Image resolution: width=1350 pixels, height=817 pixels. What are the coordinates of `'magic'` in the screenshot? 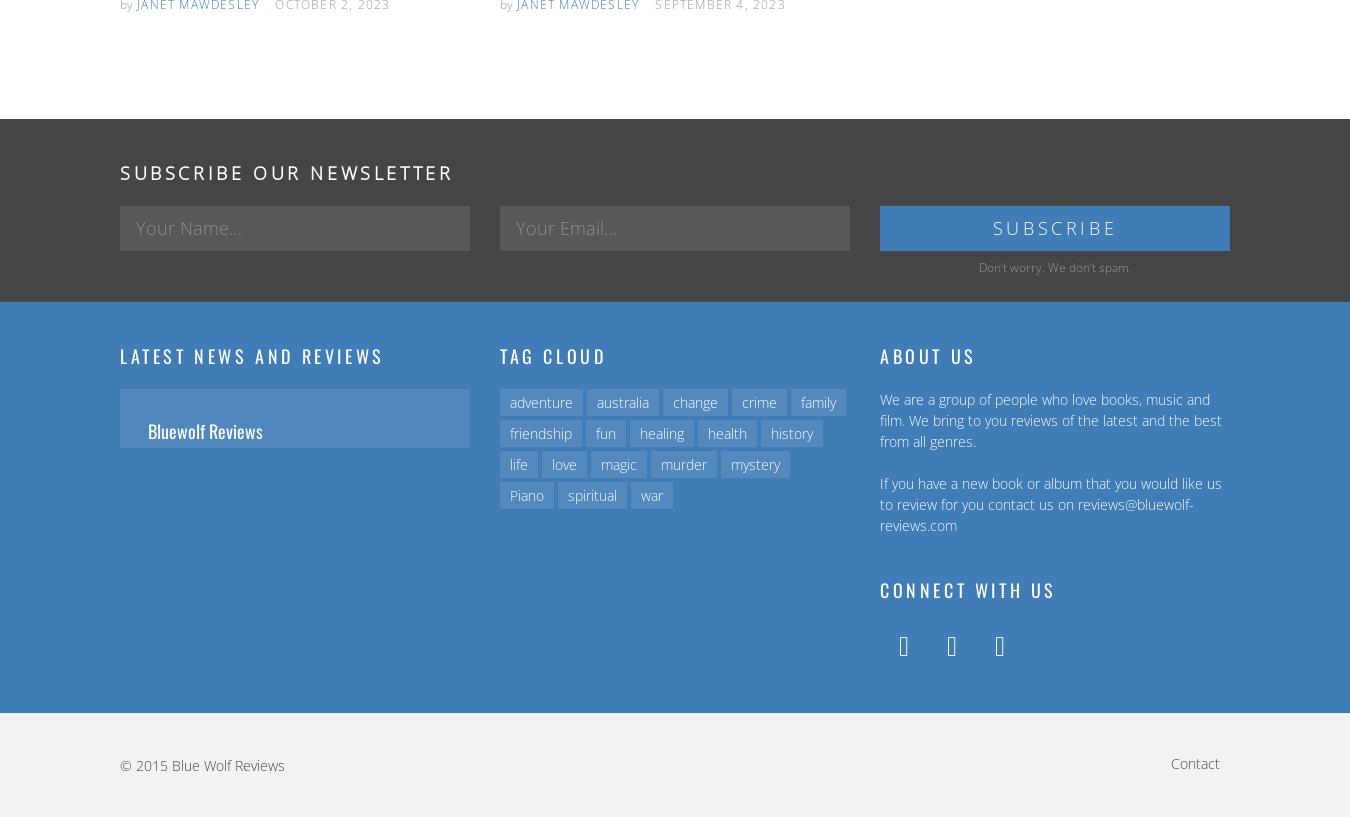 It's located at (618, 464).